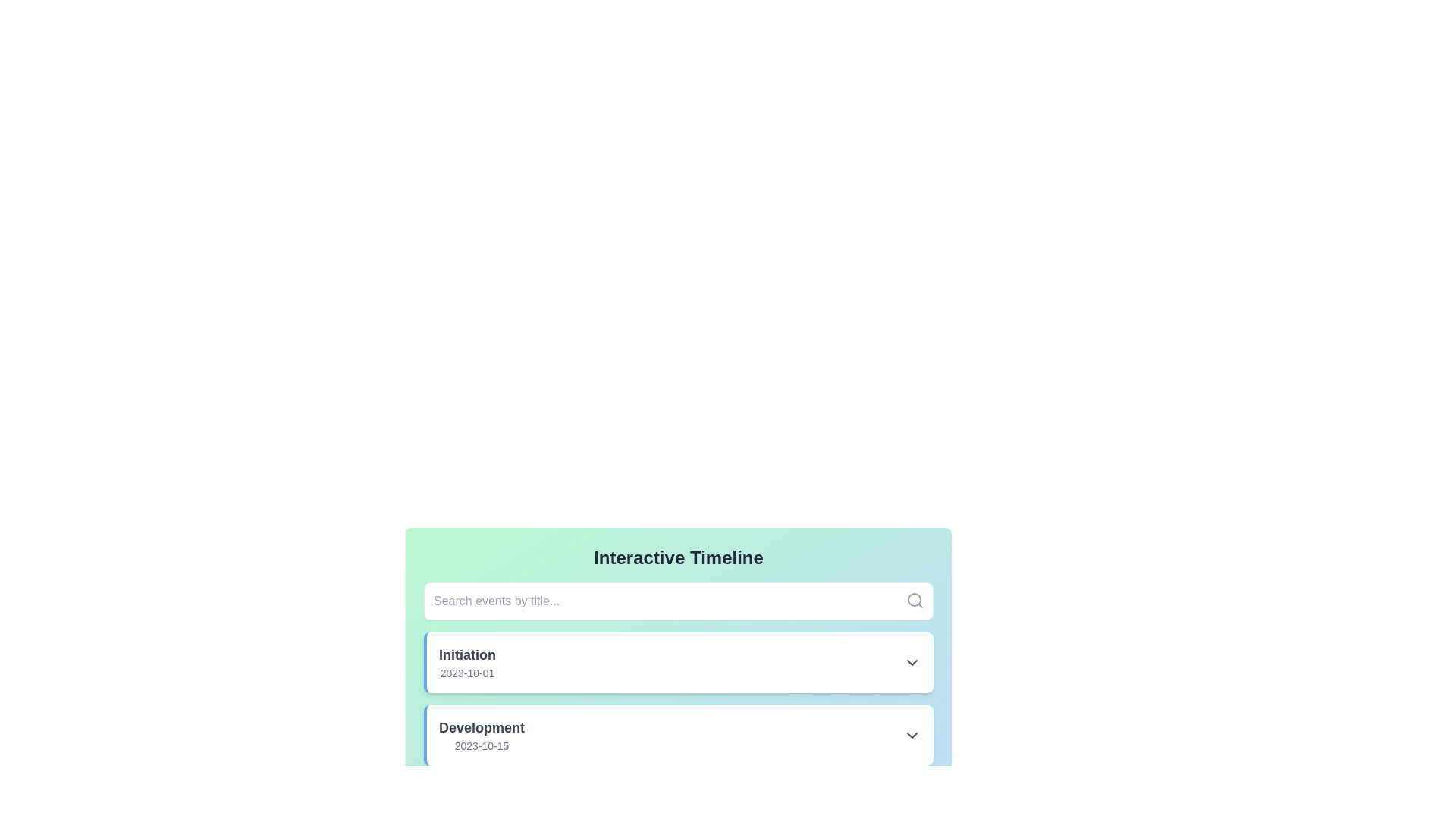 Image resolution: width=1456 pixels, height=819 pixels. What do you see at coordinates (481, 734) in the screenshot?
I see `the static text display showing 'Development' with subtext '2023-10-15' in the second card under 'Interactive Timeline'` at bounding box center [481, 734].